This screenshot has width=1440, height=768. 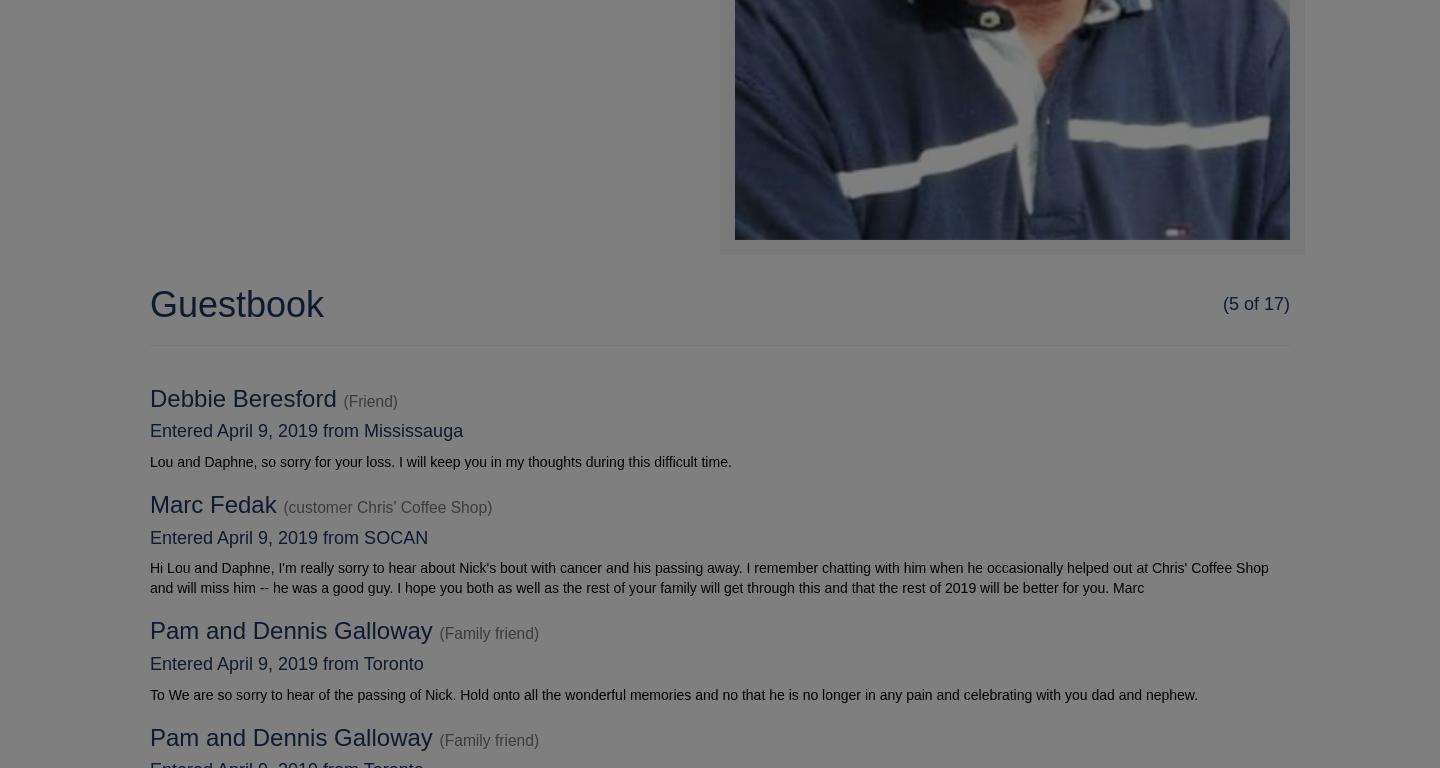 I want to click on 'To We are so sorry to hear of the passing of Nick. Hold onto all the wonderful memories and no that he is no longer in any pain and celebrating with you dad and nephew.', so click(x=149, y=693).